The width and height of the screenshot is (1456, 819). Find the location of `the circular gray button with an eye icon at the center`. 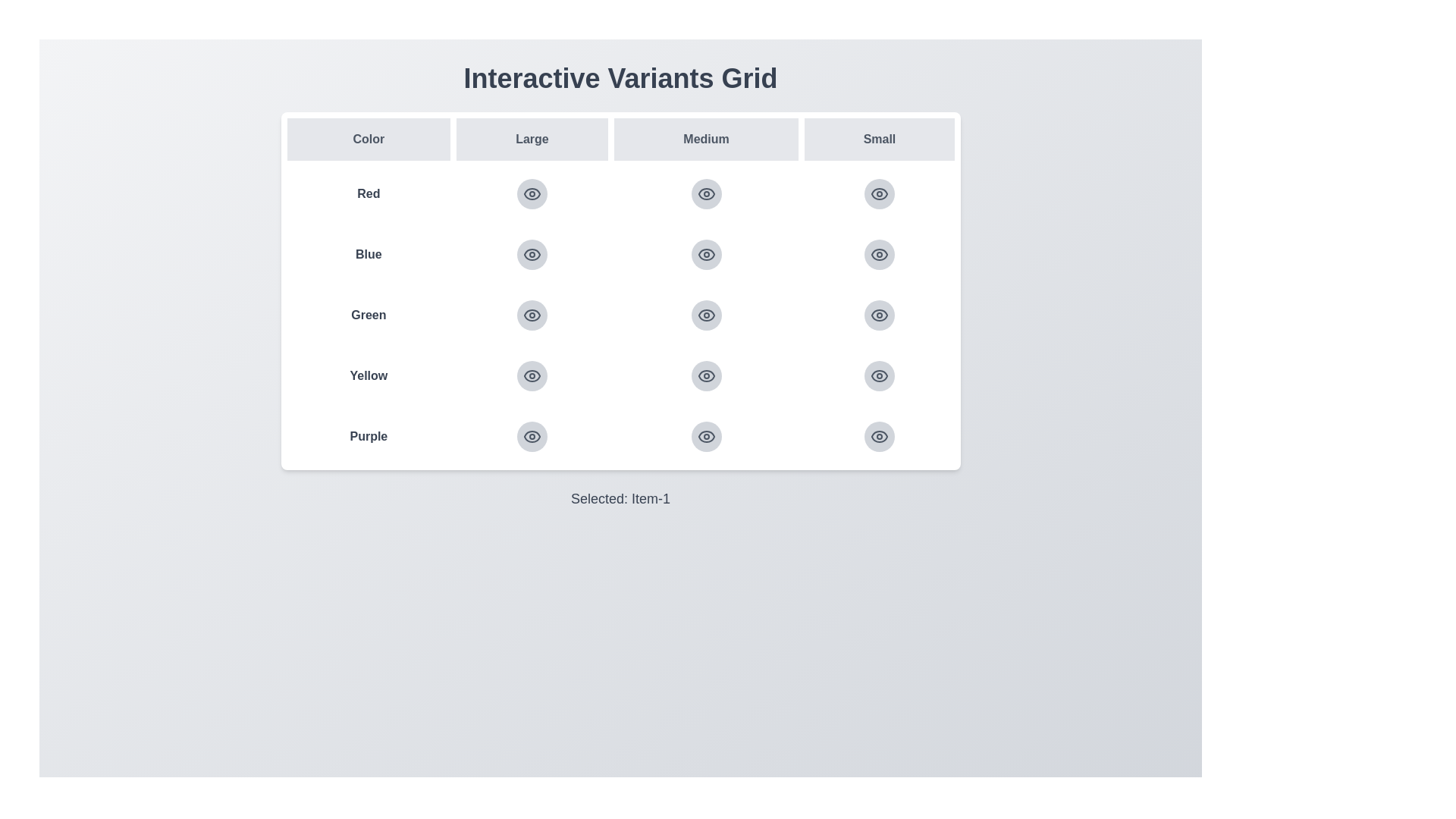

the circular gray button with an eye icon at the center is located at coordinates (880, 315).